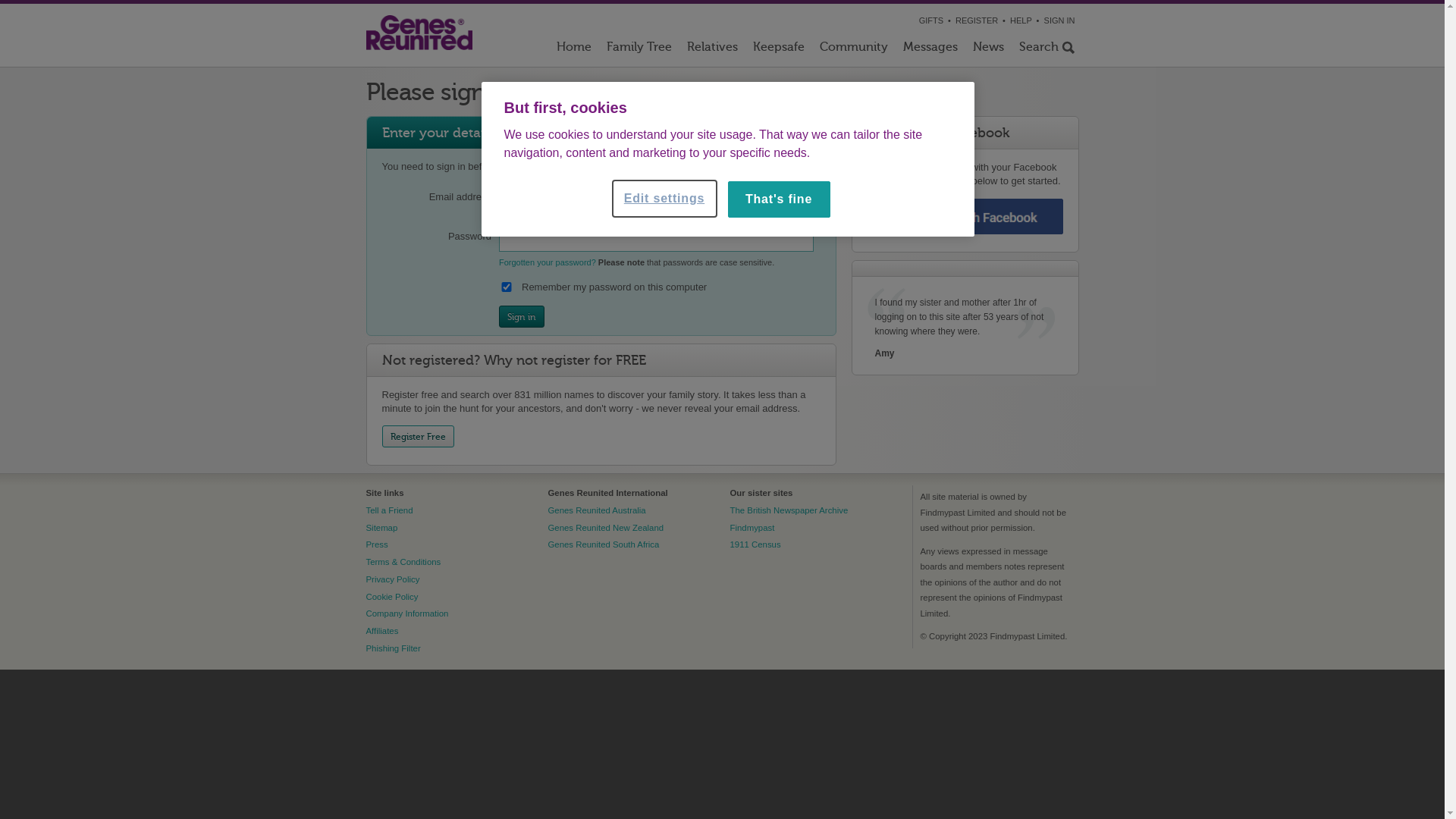 This screenshot has height=819, width=1456. Describe the element at coordinates (389, 510) in the screenshot. I see `'Tell a Friend'` at that location.